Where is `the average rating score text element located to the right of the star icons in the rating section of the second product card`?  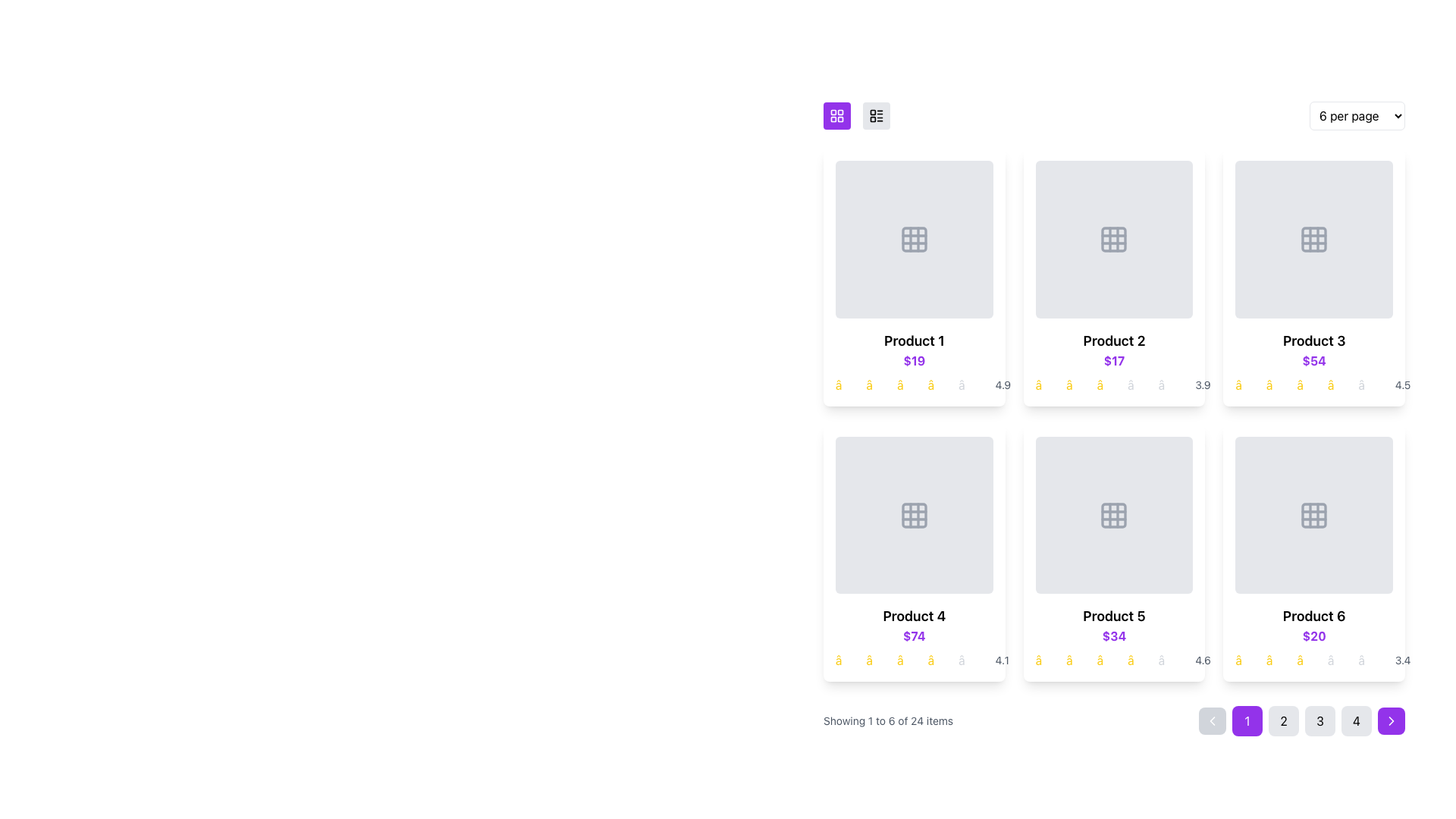
the average rating score text element located to the right of the star icons in the rating section of the second product card is located at coordinates (1202, 384).